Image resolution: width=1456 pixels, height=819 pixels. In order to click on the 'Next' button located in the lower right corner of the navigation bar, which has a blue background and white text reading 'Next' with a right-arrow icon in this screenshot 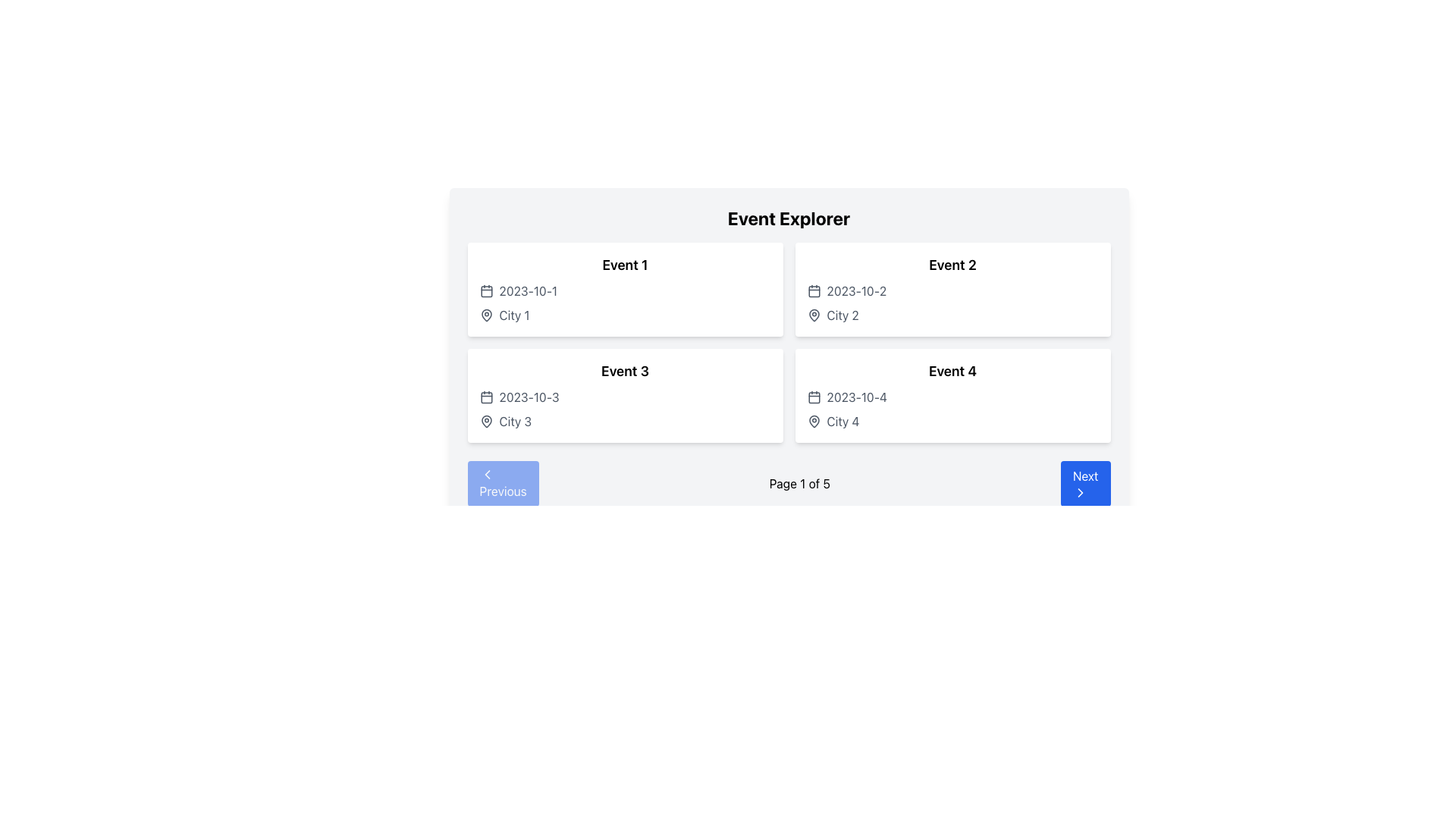, I will do `click(1084, 483)`.